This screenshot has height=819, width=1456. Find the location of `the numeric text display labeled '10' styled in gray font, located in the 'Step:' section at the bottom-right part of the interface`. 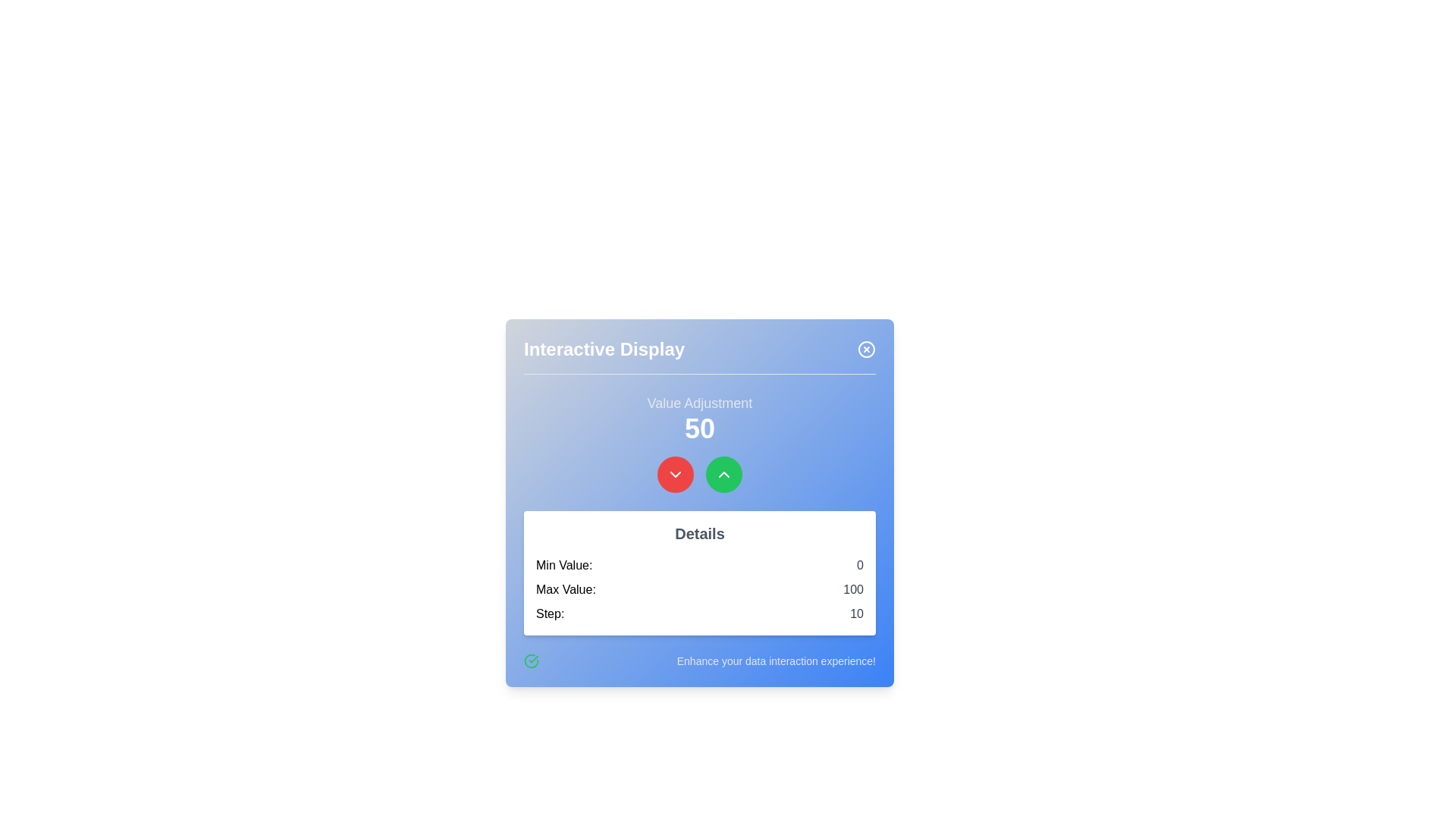

the numeric text display labeled '10' styled in gray font, located in the 'Step:' section at the bottom-right part of the interface is located at coordinates (857, 614).